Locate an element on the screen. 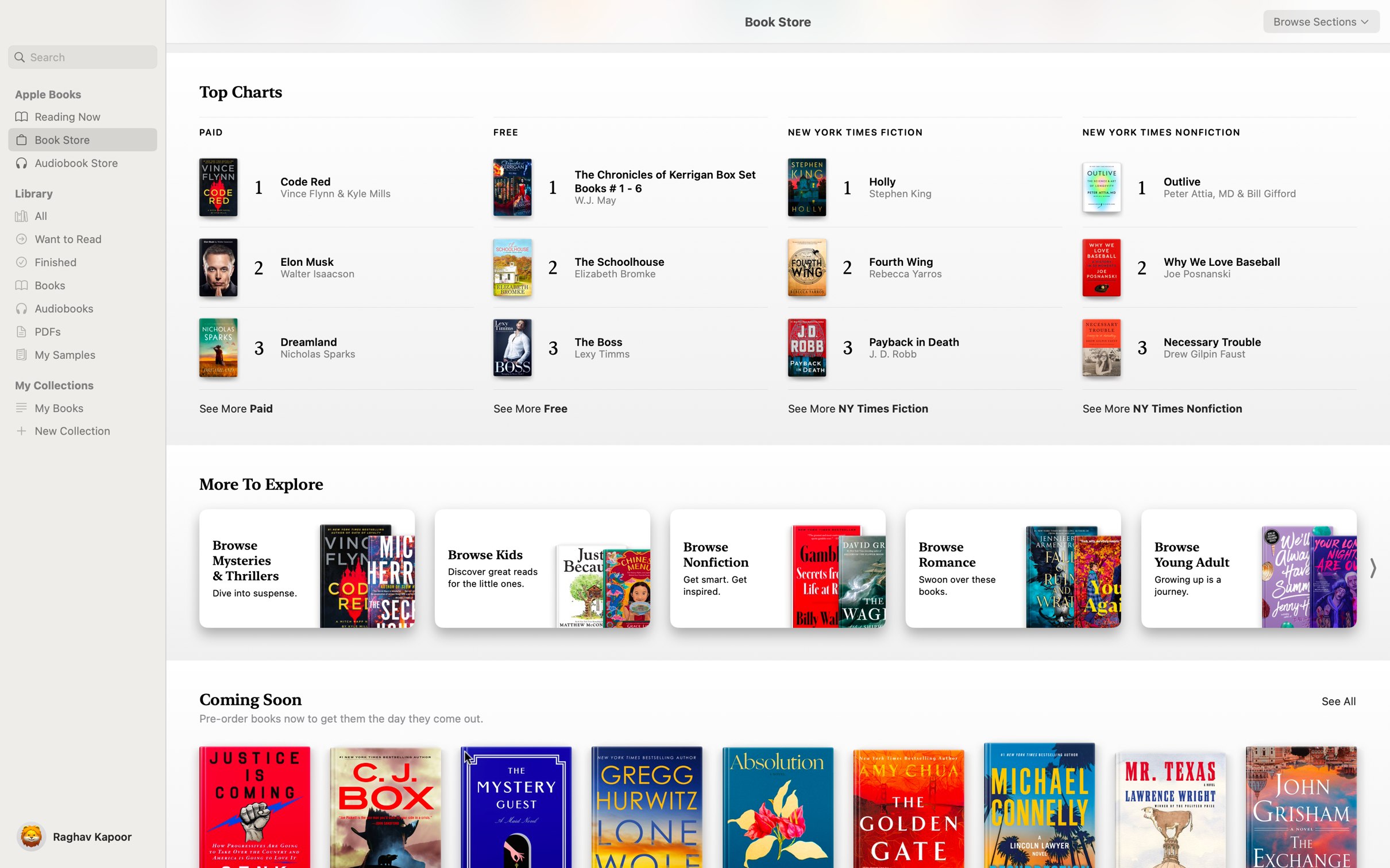 The width and height of the screenshot is (1390, 868). the full list of trending paid books is located at coordinates (237, 405).